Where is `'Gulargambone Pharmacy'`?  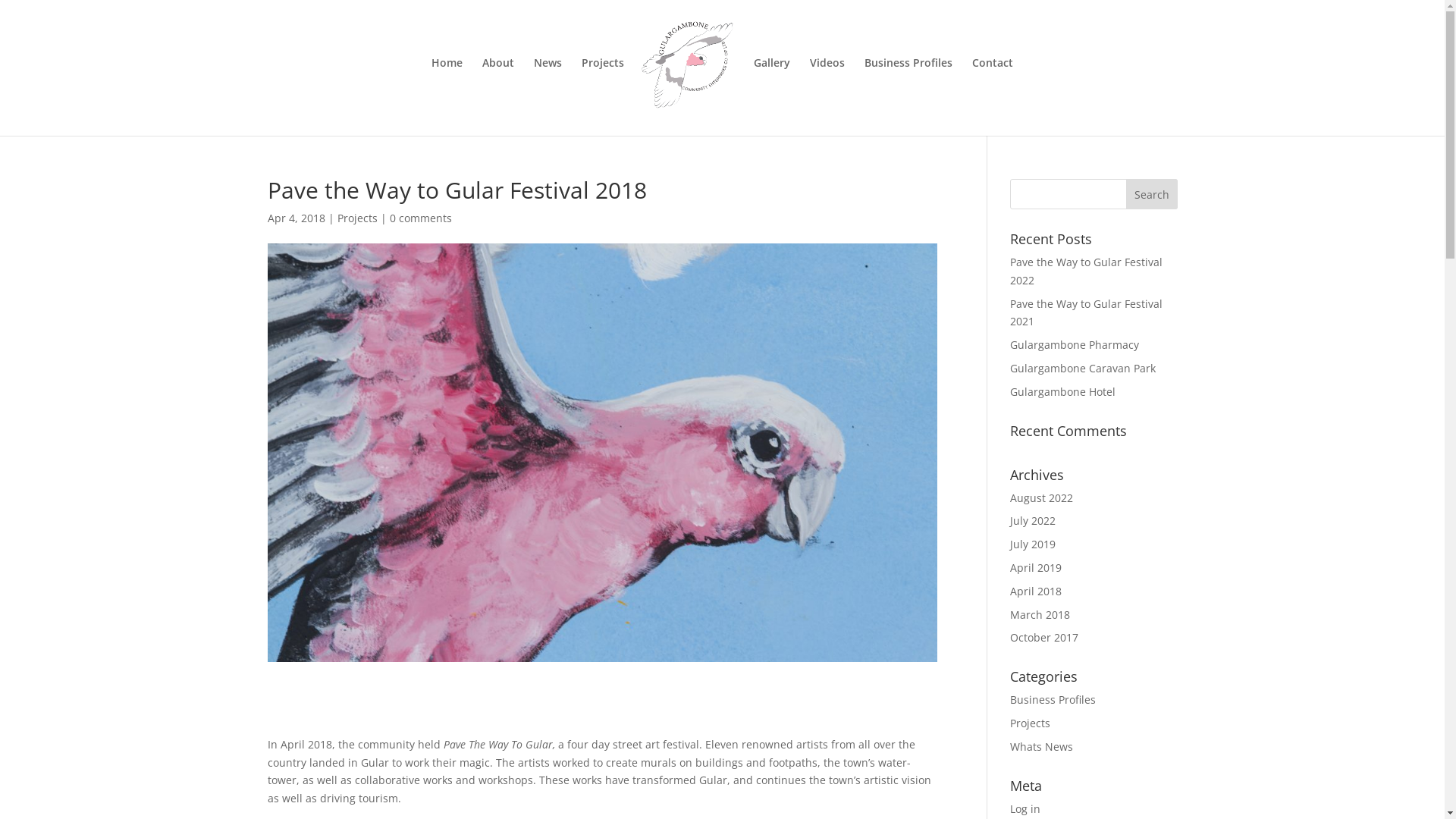 'Gulargambone Pharmacy' is located at coordinates (1073, 344).